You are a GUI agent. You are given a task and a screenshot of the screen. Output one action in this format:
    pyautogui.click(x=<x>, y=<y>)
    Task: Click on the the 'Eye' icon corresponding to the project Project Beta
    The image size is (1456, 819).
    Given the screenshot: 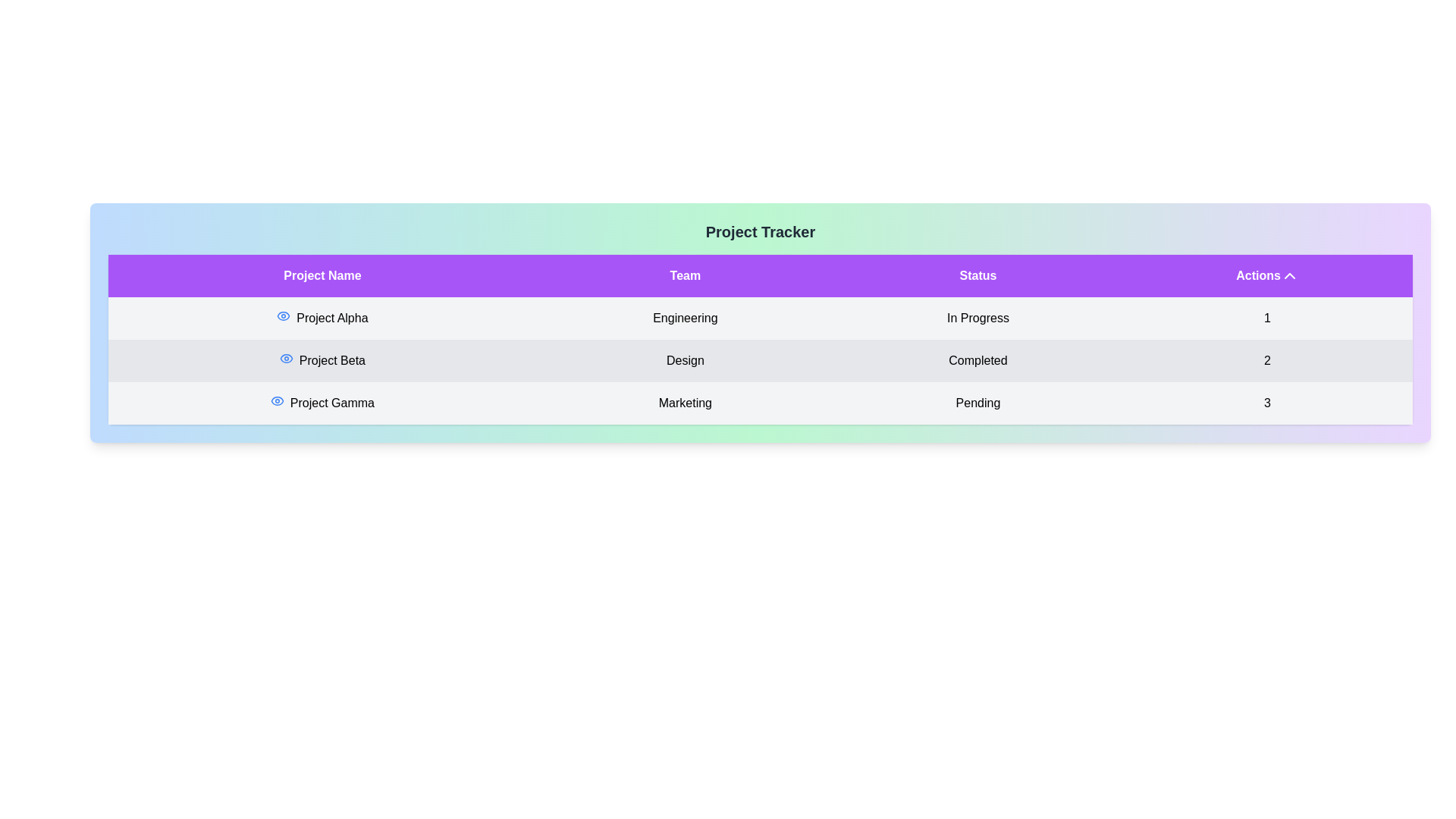 What is the action you would take?
    pyautogui.click(x=286, y=359)
    